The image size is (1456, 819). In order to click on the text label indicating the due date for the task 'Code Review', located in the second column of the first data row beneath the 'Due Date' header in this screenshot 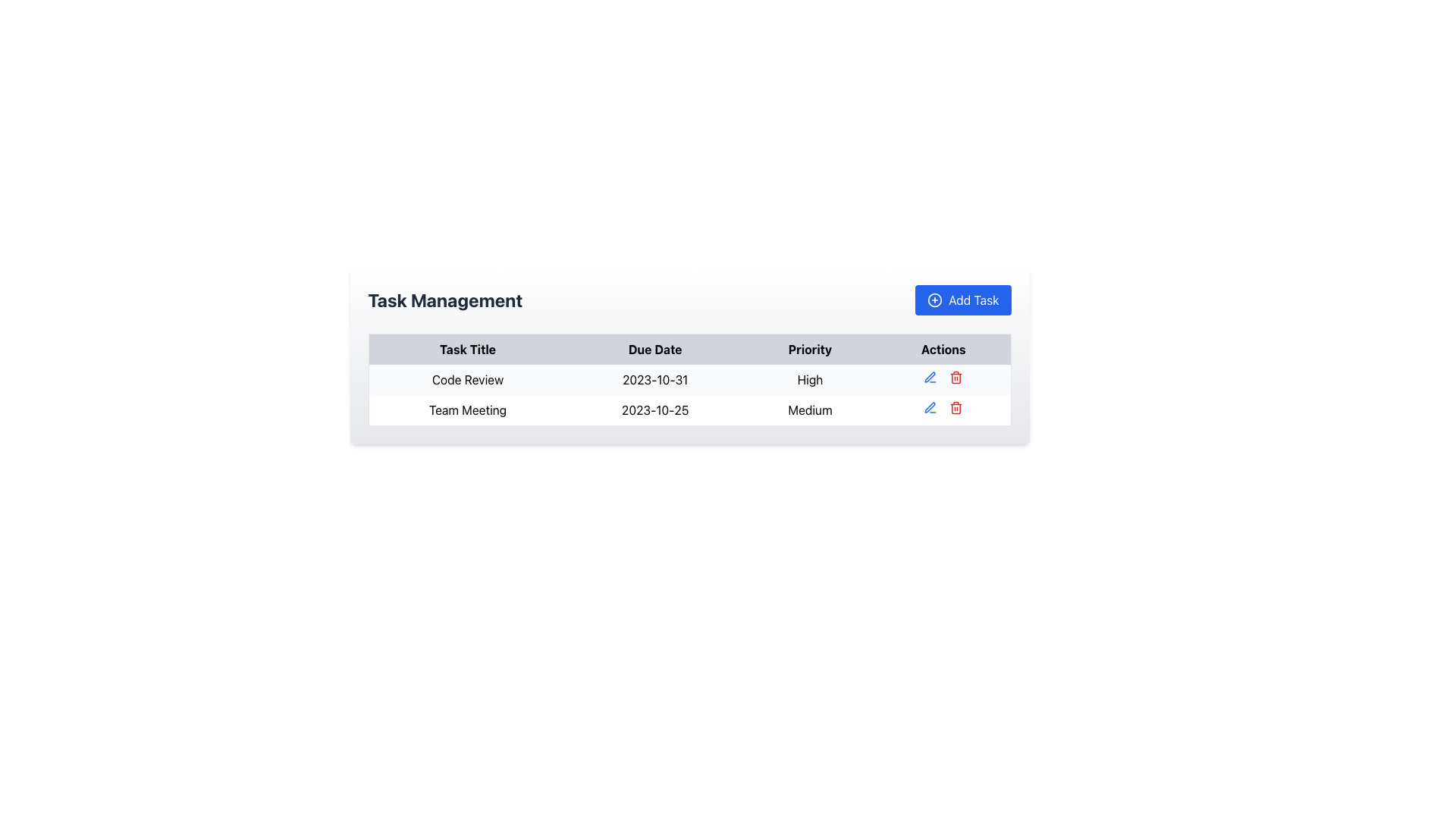, I will do `click(655, 379)`.